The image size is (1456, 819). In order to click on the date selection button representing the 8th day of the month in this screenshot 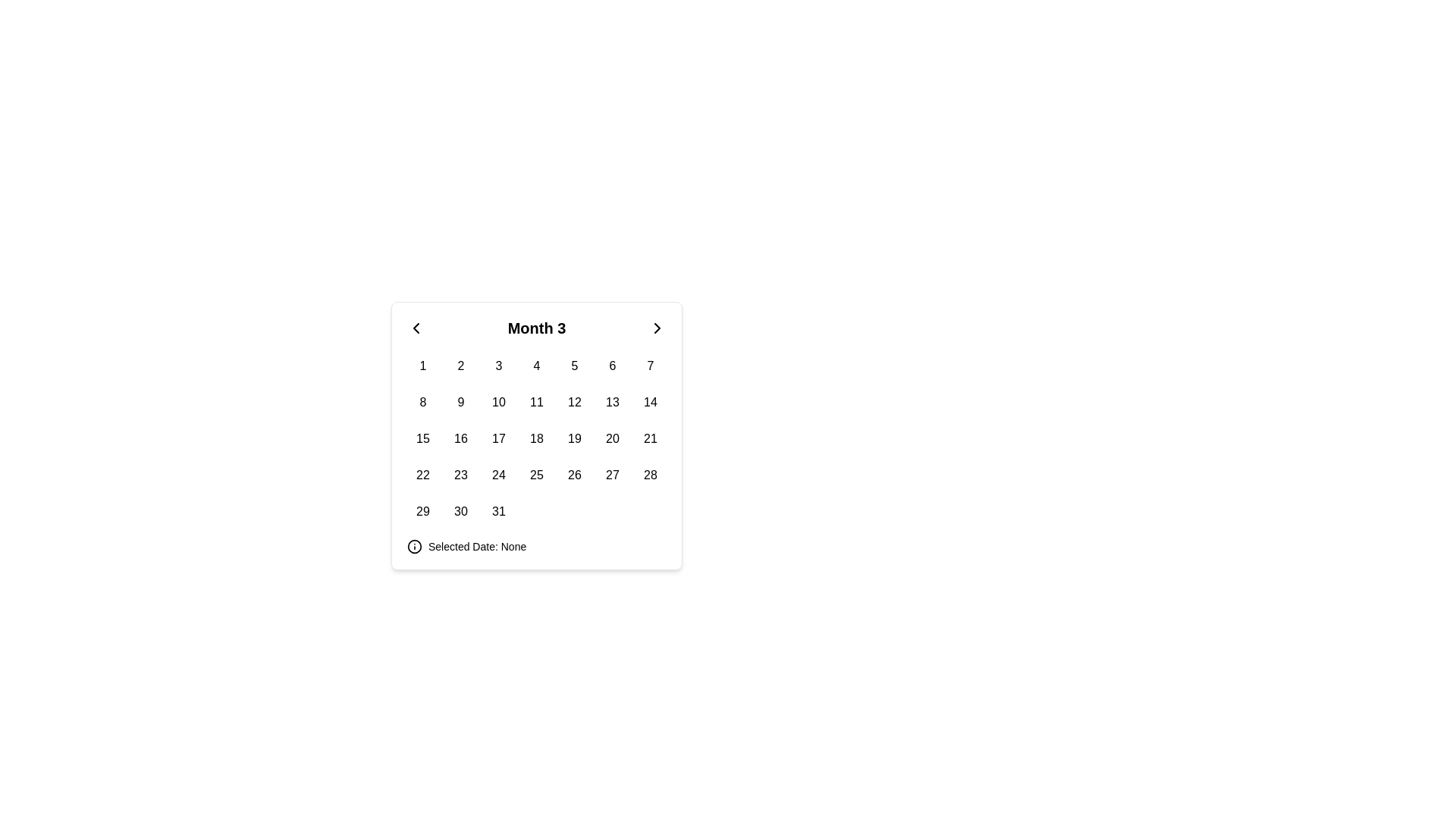, I will do `click(422, 402)`.